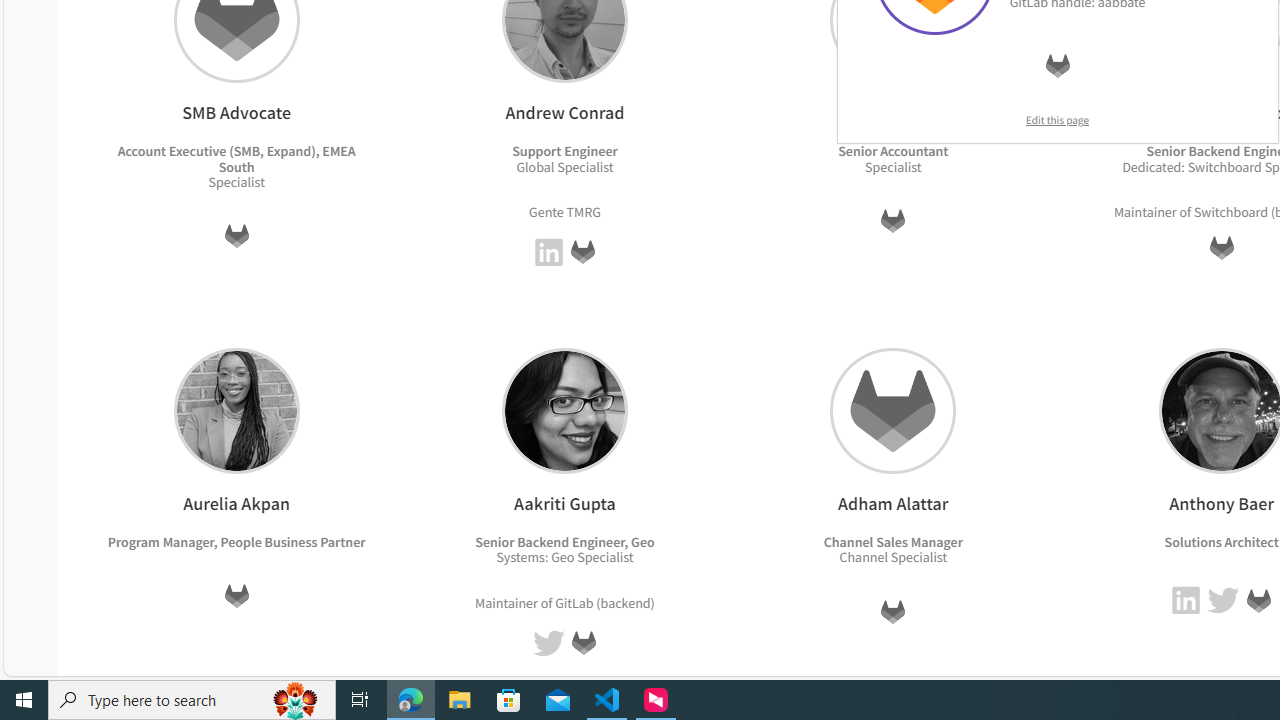  What do you see at coordinates (892, 409) in the screenshot?
I see `'Adham Alattar'` at bounding box center [892, 409].